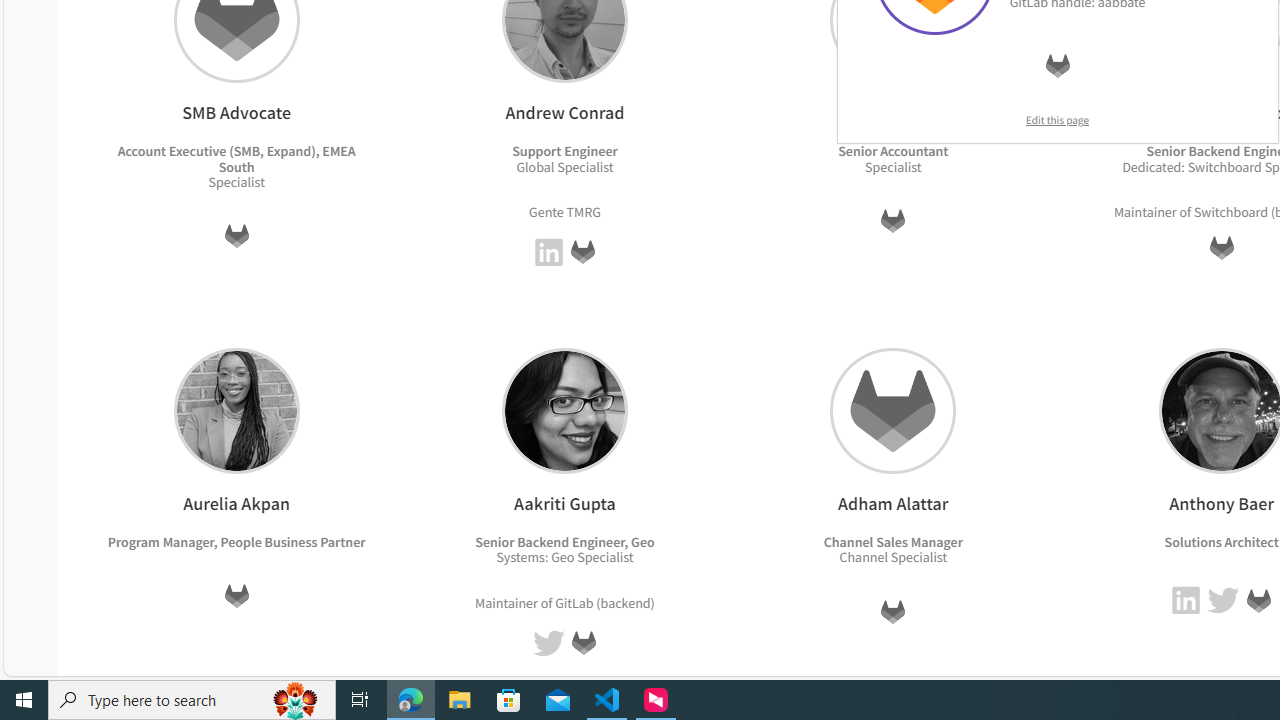  What do you see at coordinates (892, 409) in the screenshot?
I see `'Adham Alattar'` at bounding box center [892, 409].